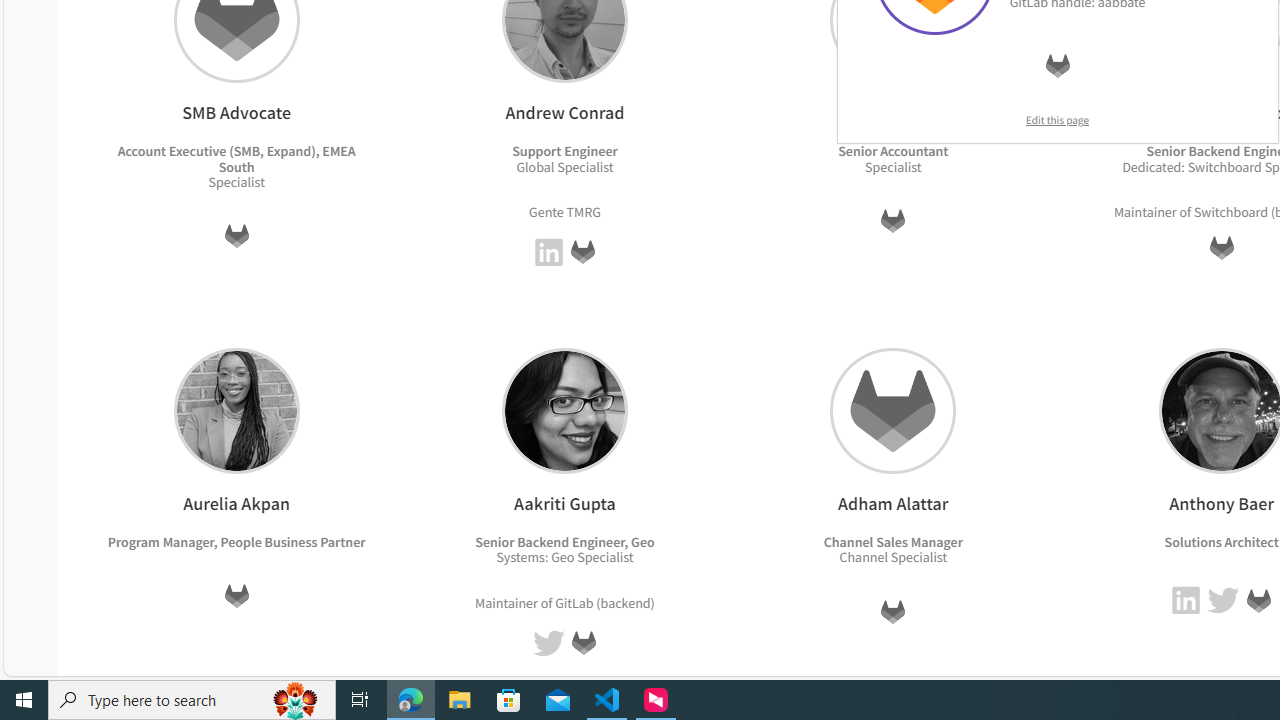  What do you see at coordinates (892, 409) in the screenshot?
I see `'Adham Alattar'` at bounding box center [892, 409].